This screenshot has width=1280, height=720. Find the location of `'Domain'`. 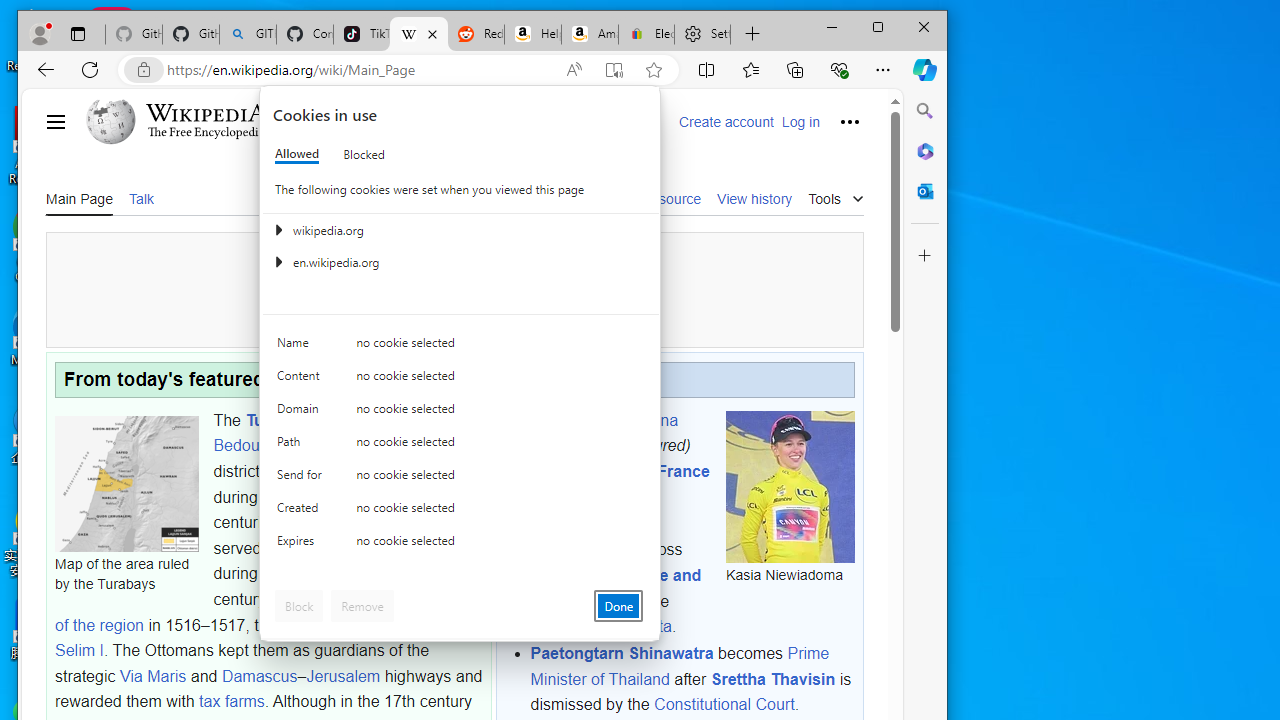

'Domain' is located at coordinates (301, 412).